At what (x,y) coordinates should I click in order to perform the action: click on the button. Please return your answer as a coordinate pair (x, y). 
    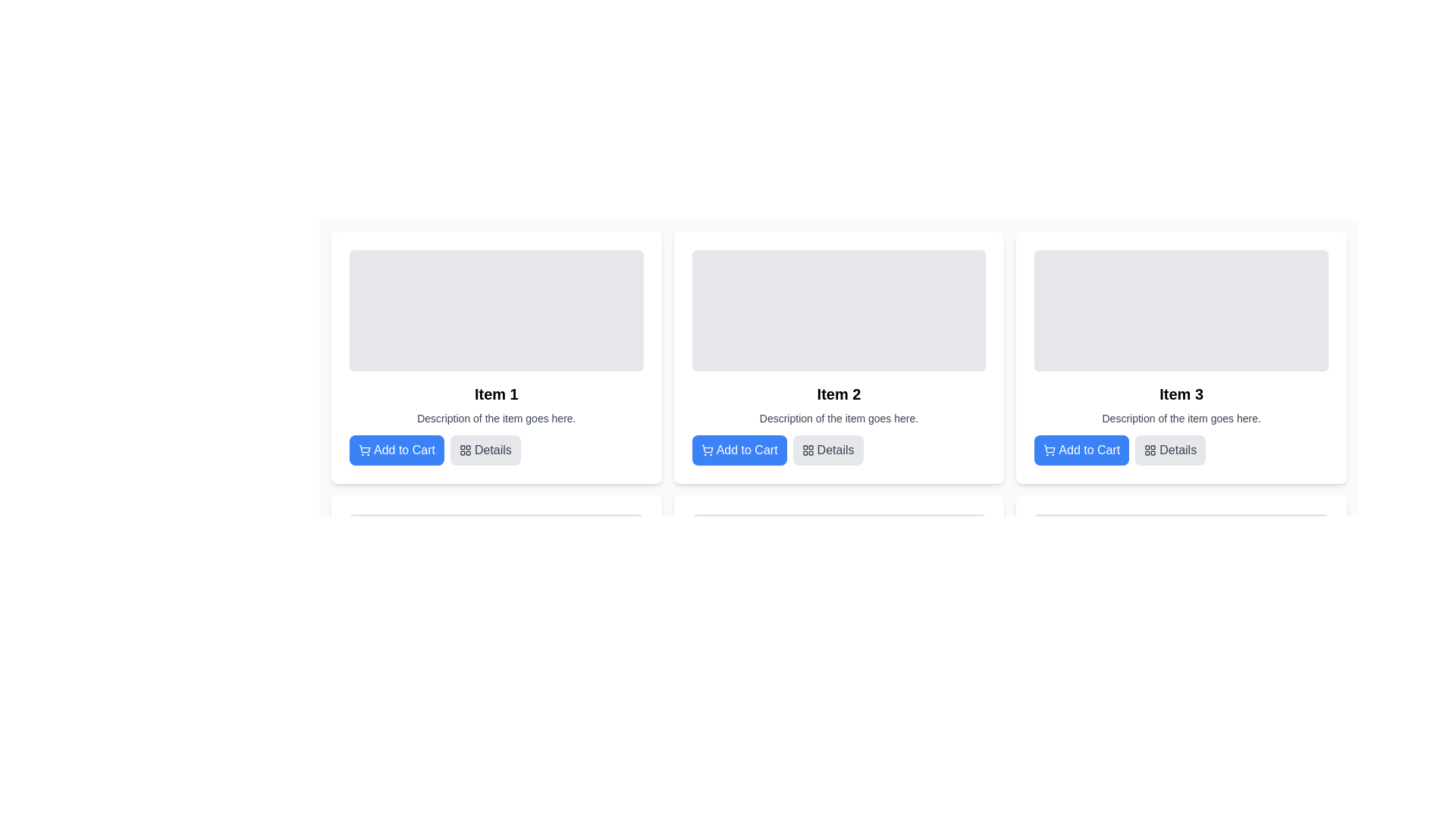
    Looking at the image, I should click on (838, 450).